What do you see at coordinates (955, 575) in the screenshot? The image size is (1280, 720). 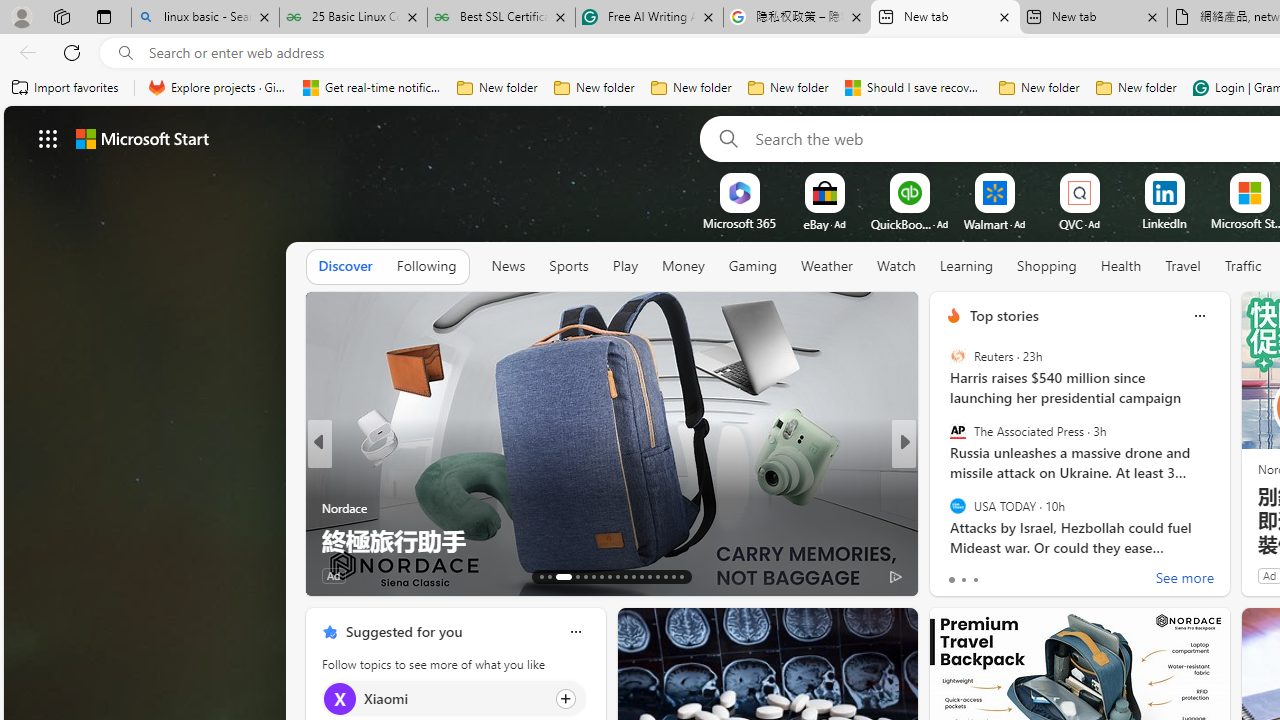 I see `'48 Like'` at bounding box center [955, 575].